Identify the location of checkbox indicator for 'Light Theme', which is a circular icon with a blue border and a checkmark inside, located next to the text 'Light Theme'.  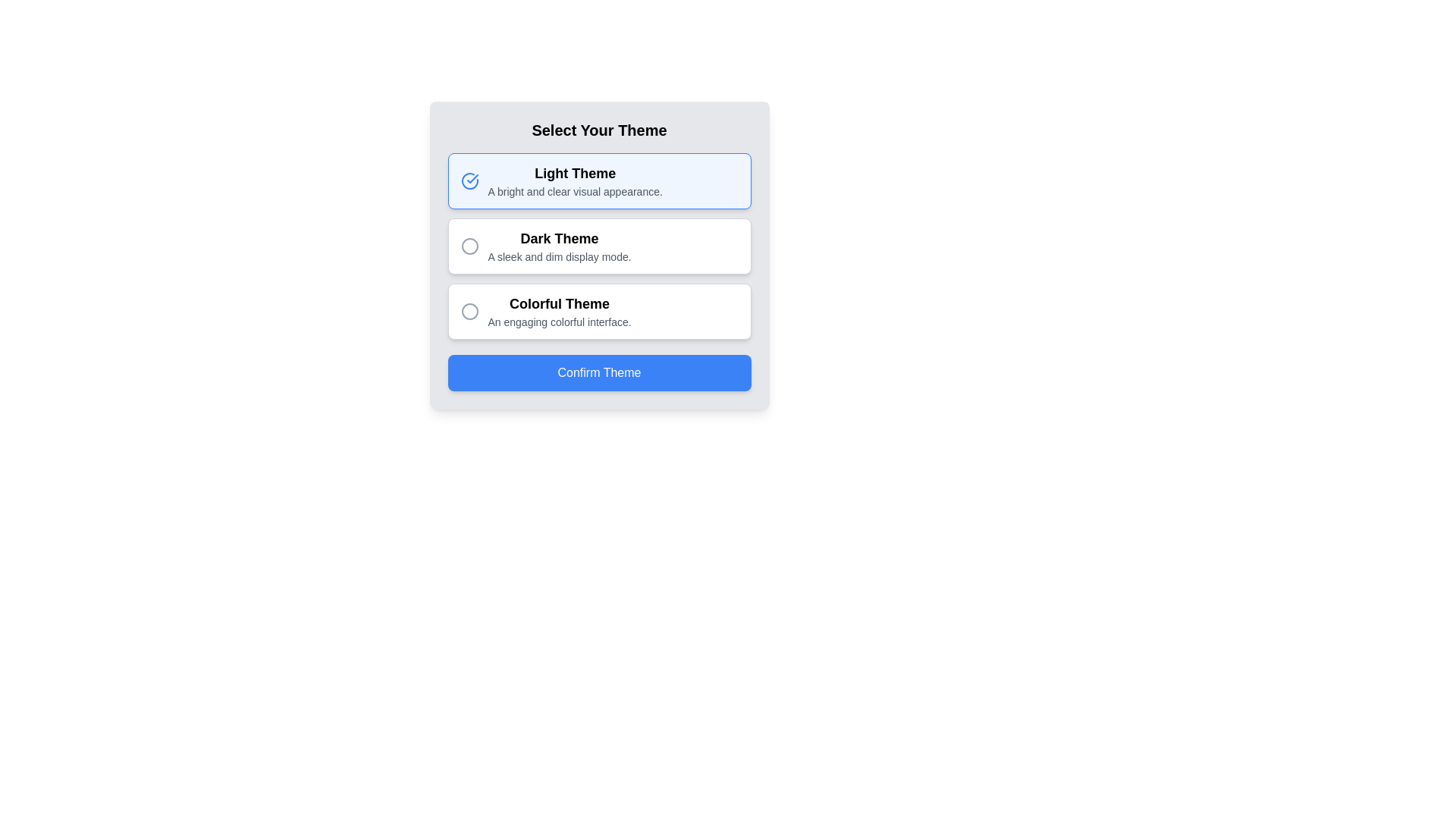
(469, 180).